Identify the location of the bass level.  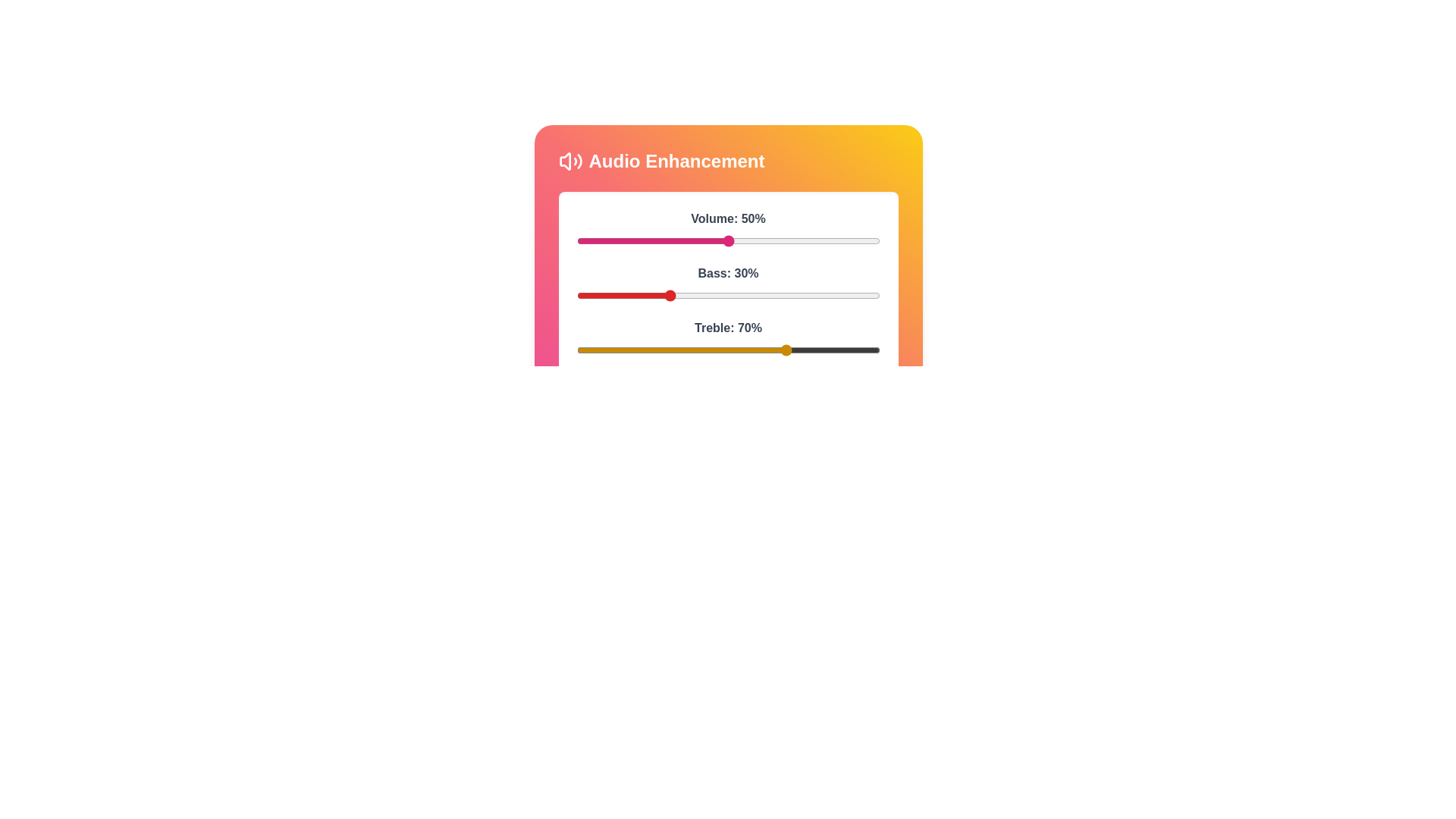
(691, 295).